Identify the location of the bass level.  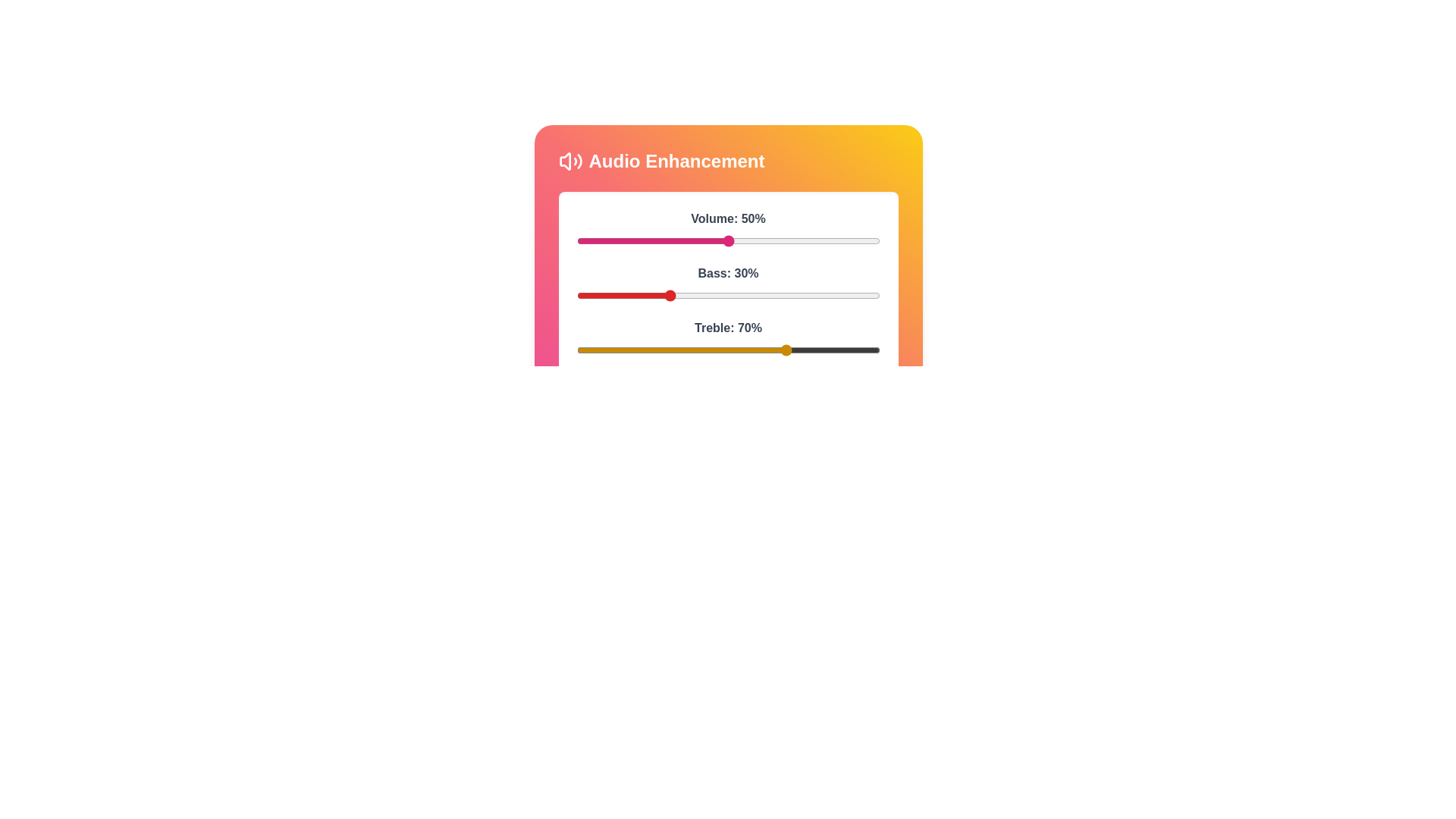
(691, 295).